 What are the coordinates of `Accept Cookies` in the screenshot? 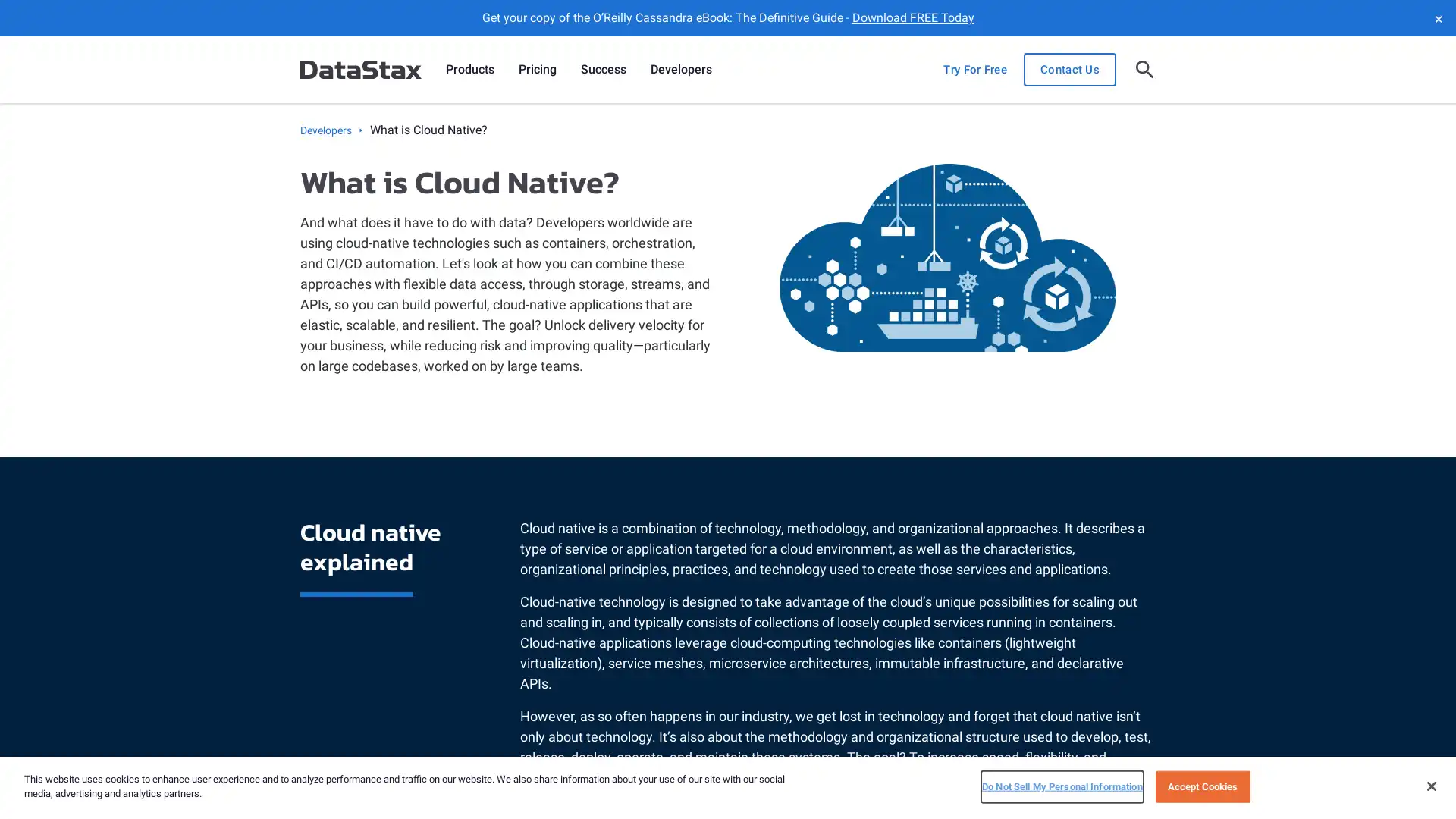 It's located at (1201, 786).